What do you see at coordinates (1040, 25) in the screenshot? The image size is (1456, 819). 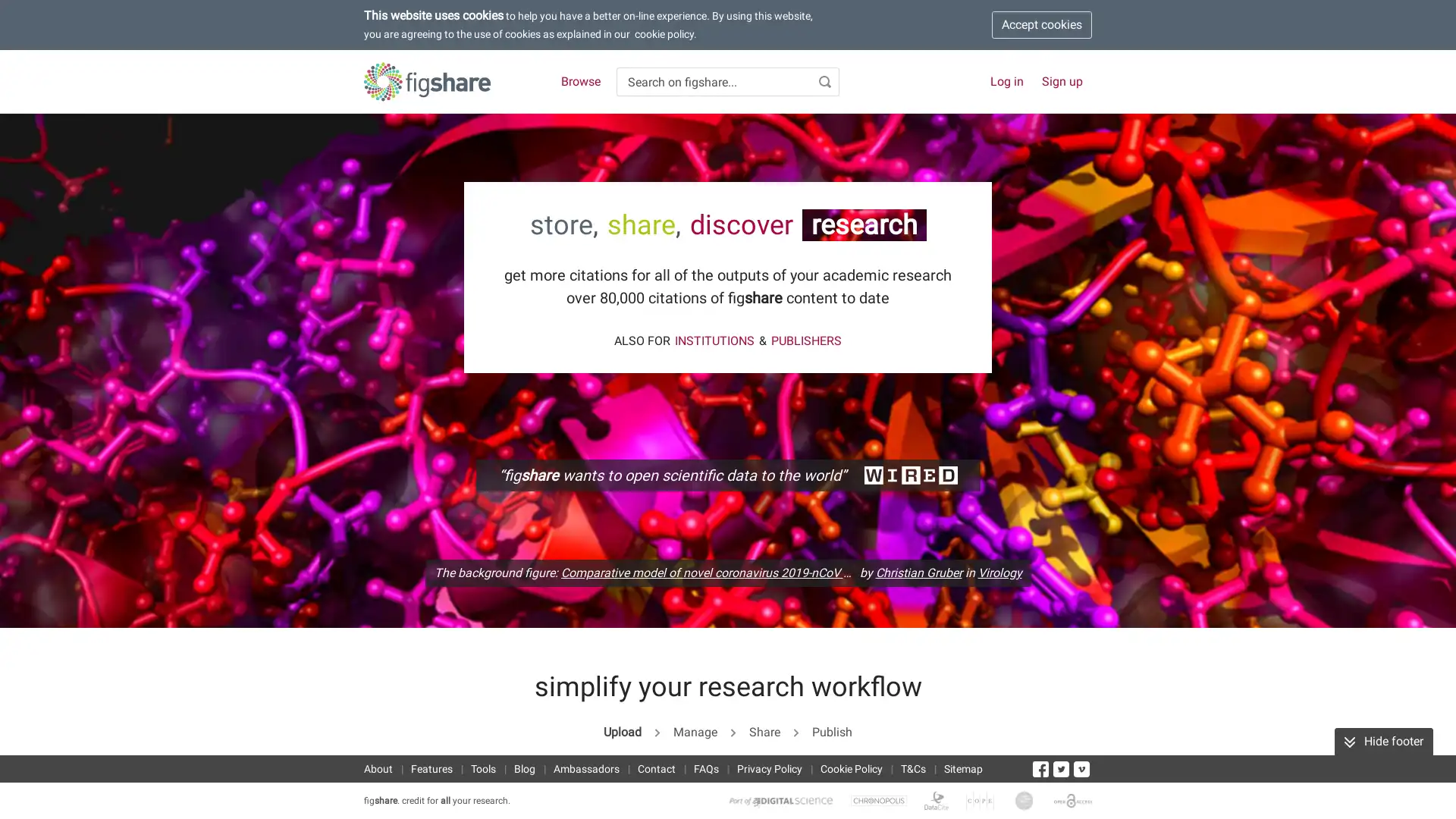 I see `Accept cookies` at bounding box center [1040, 25].